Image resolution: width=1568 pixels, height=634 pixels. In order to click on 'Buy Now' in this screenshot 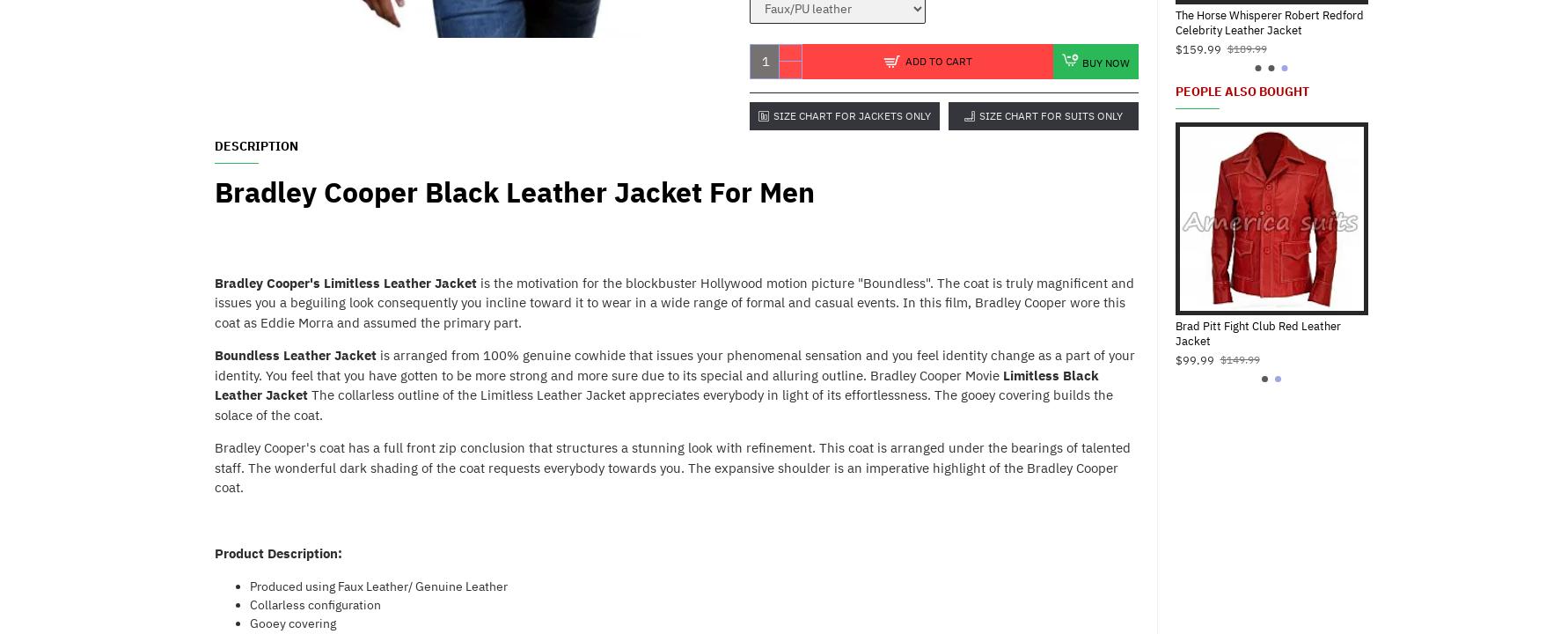, I will do `click(1106, 61)`.